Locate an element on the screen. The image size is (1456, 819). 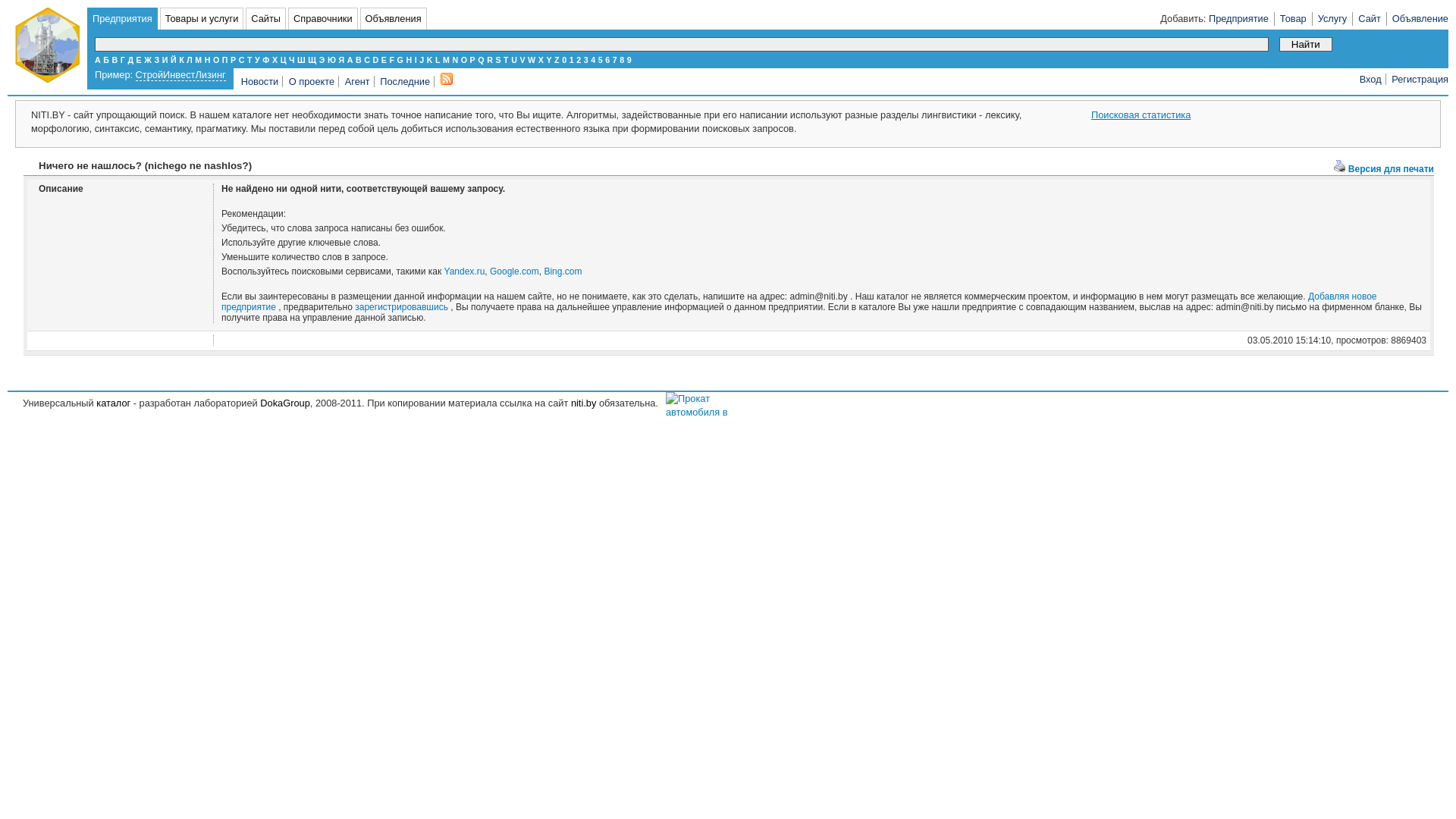
'DokaGroup' is located at coordinates (284, 402).